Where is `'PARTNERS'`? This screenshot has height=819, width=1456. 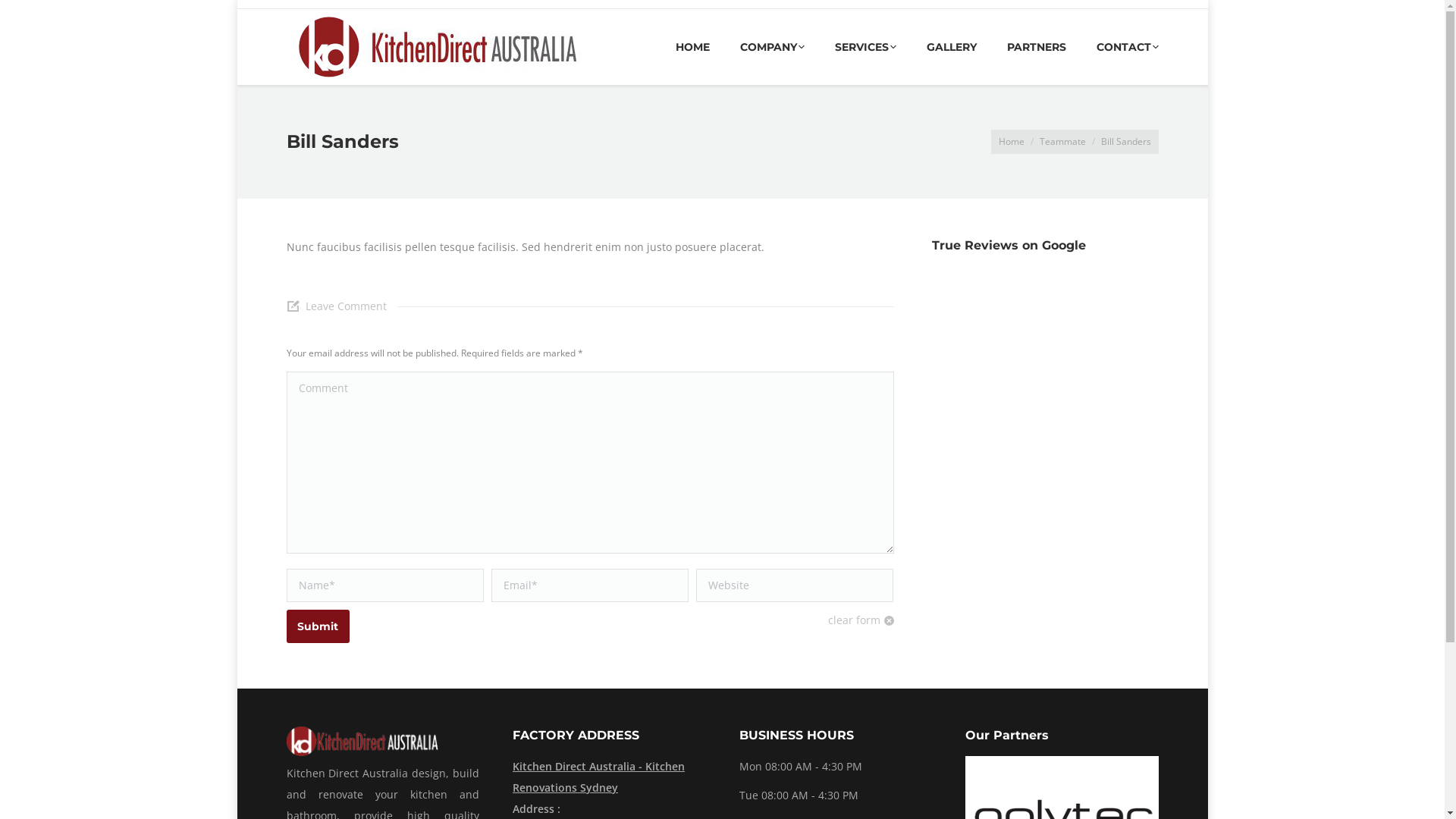 'PARTNERS' is located at coordinates (1036, 45).